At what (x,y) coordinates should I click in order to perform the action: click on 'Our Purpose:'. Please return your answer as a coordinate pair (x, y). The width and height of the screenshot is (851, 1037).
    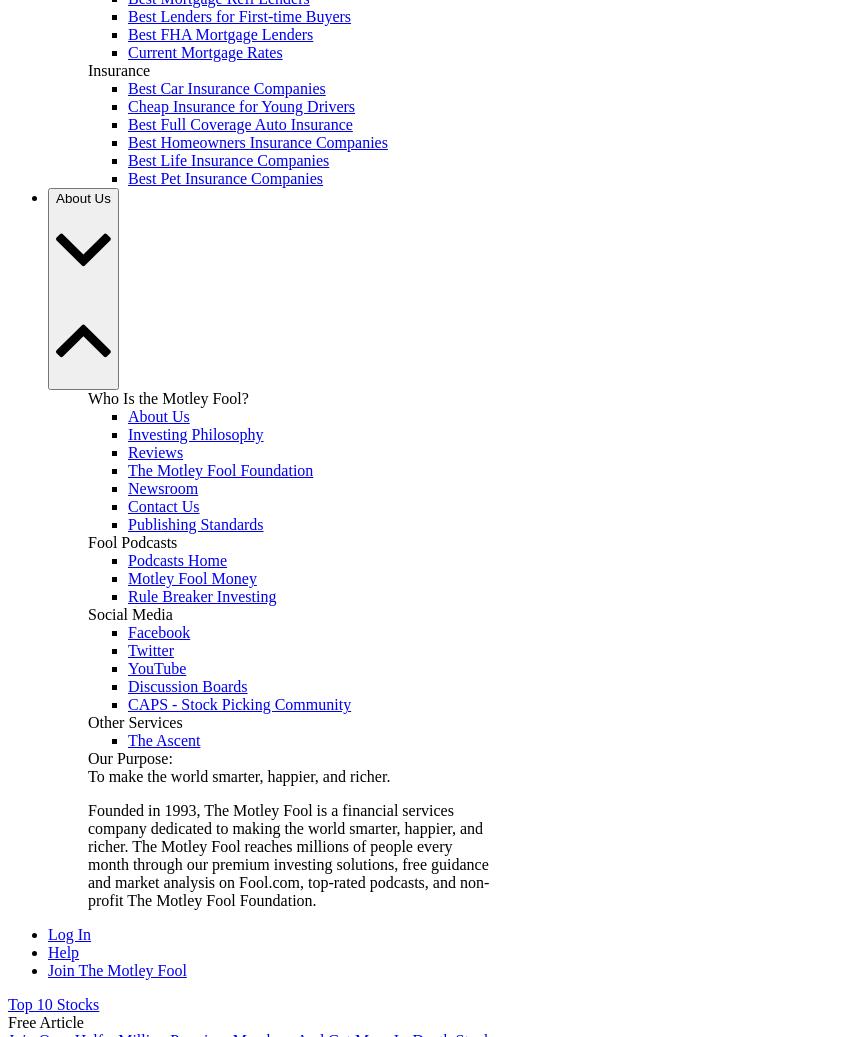
    Looking at the image, I should click on (130, 758).